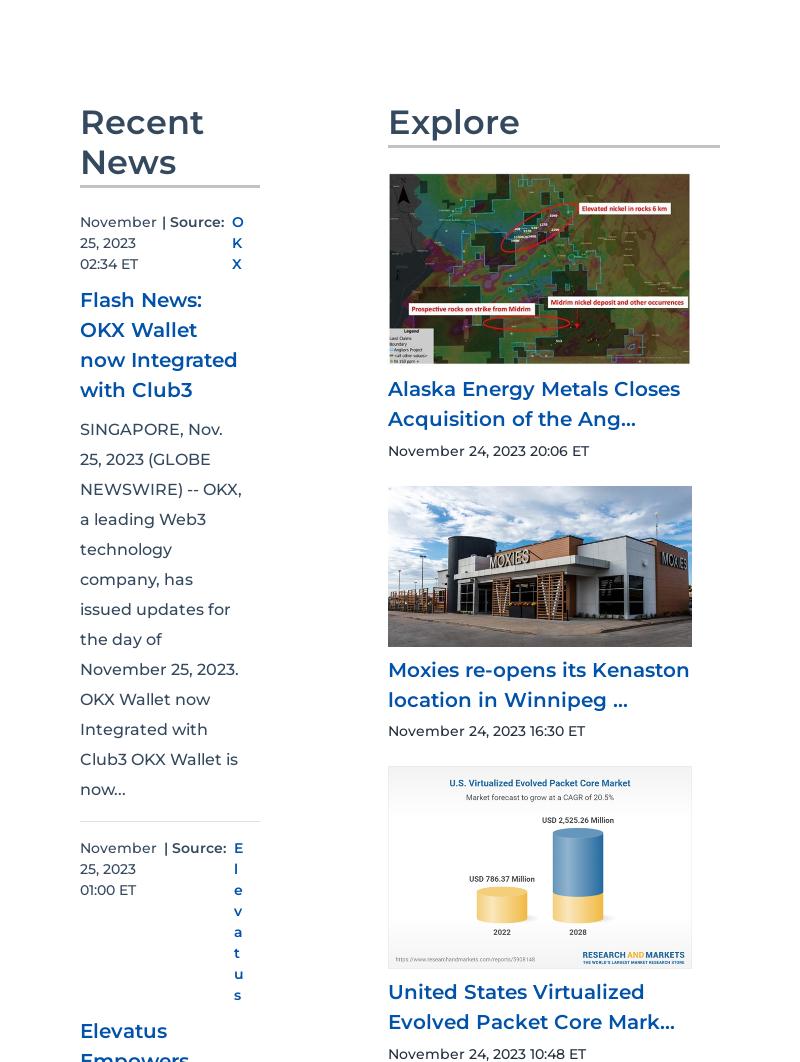  What do you see at coordinates (158, 344) in the screenshot?
I see `'Flash News: OKX Wallet now Integrated with Club3'` at bounding box center [158, 344].